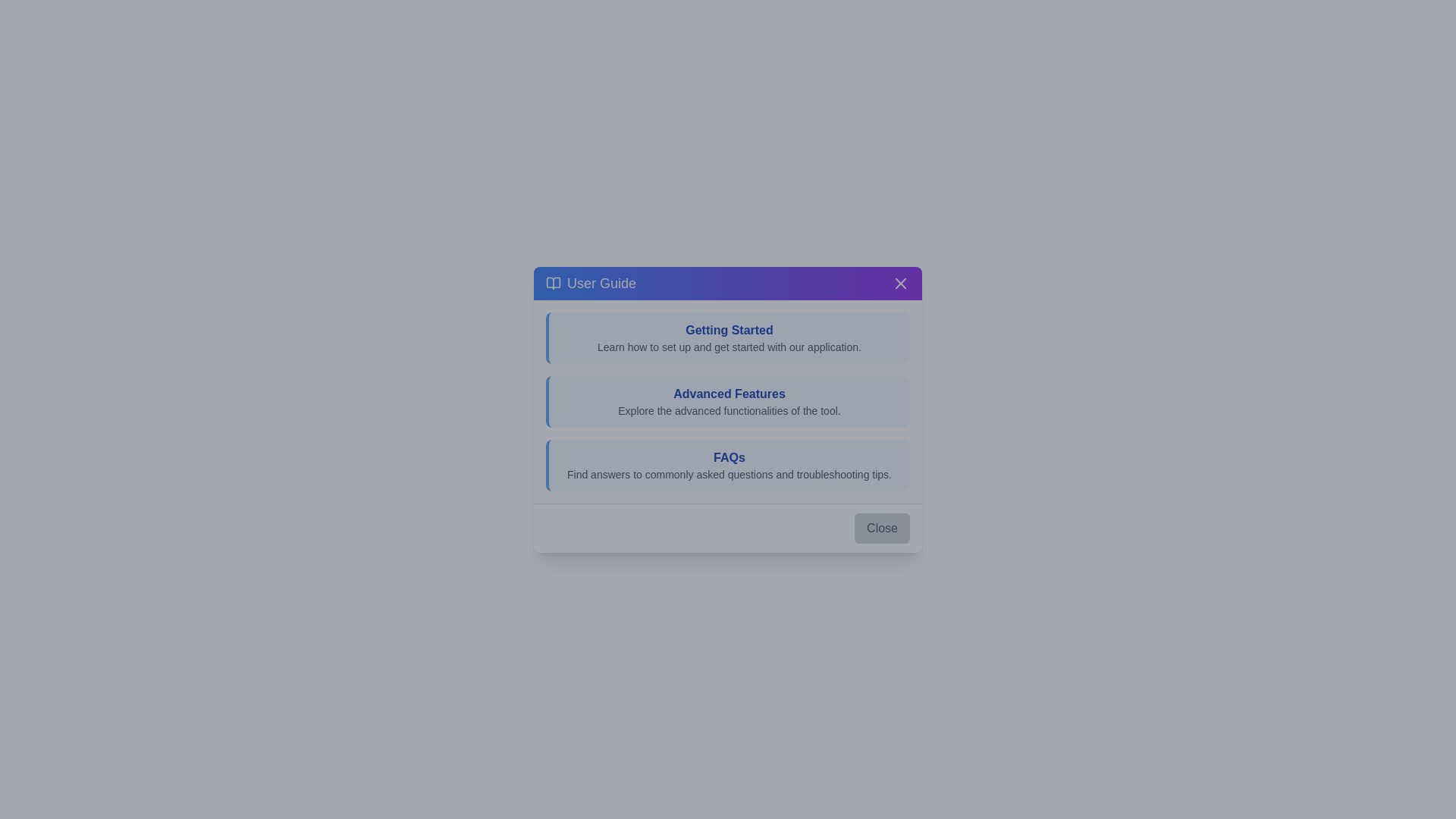  What do you see at coordinates (882, 527) in the screenshot?
I see `the 'Close' button with a light gray background and rounded corners located at the bottom-right corner of the dialog box for keyboard interaction` at bounding box center [882, 527].